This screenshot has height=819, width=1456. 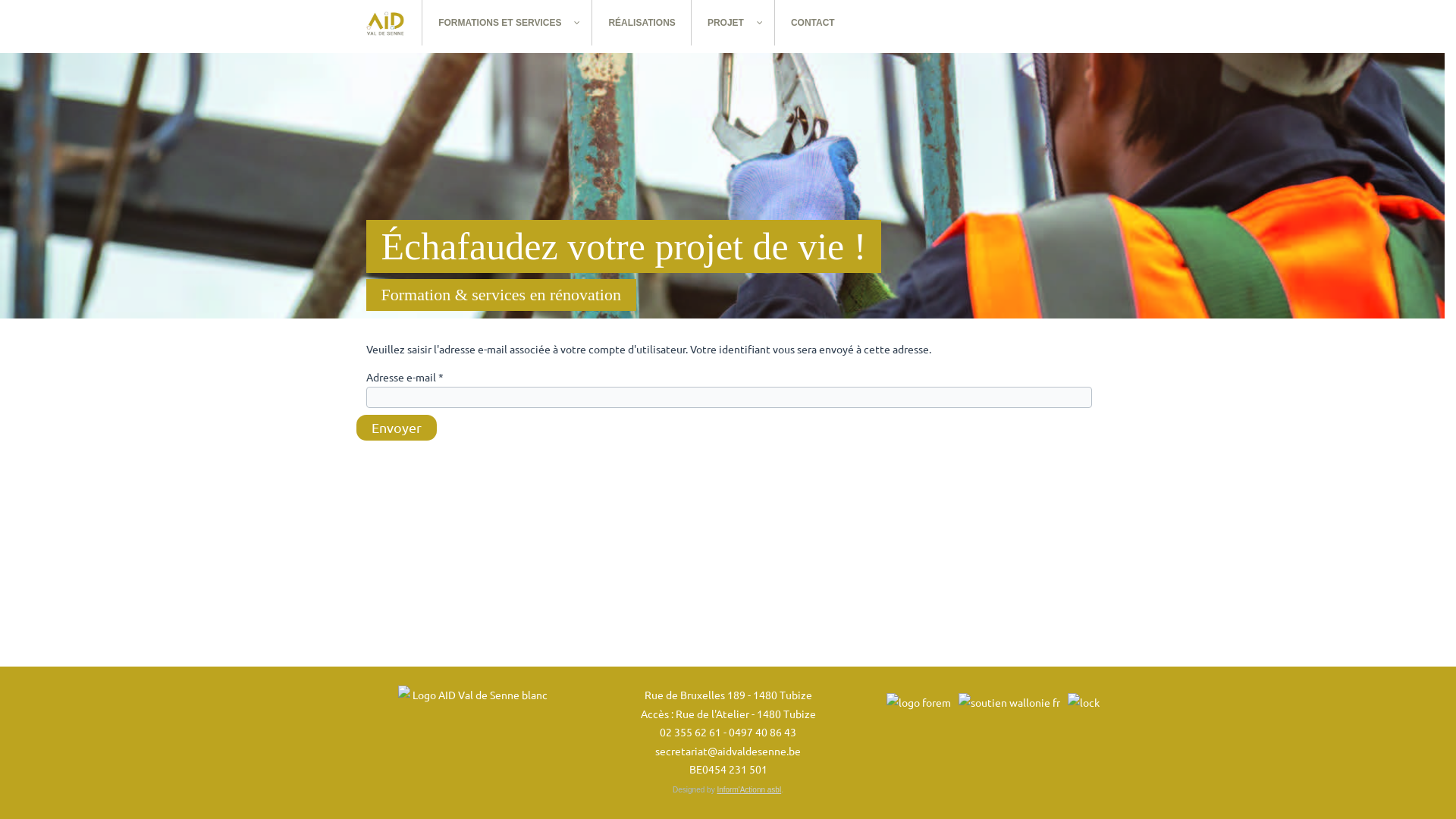 What do you see at coordinates (748, 789) in the screenshot?
I see `'Inform'Actionn asbl'` at bounding box center [748, 789].